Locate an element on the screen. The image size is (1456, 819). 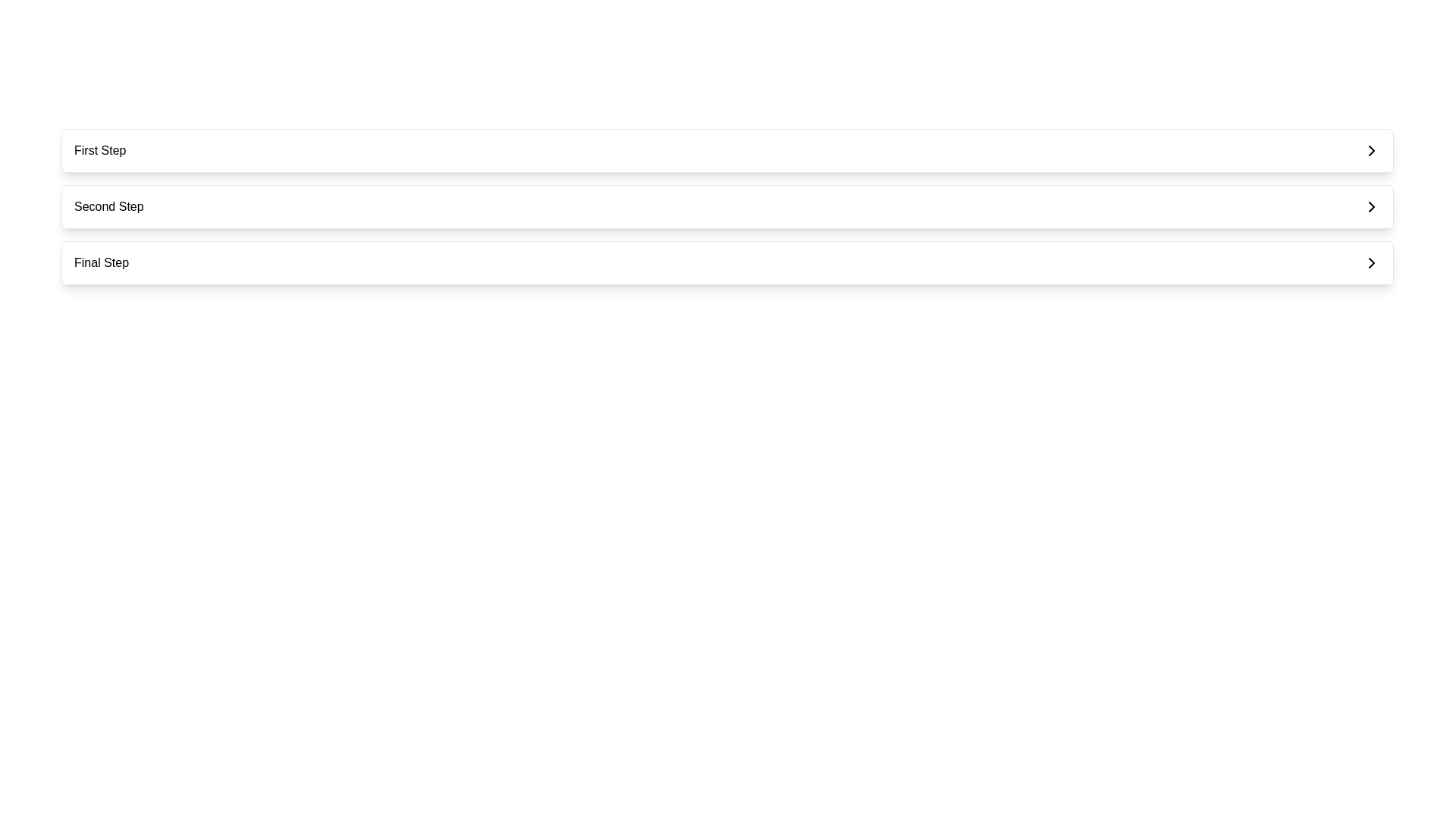
the navigation icon located at the far right end of the 'First Step' option in the vertical list, indicating it can be interacted with for further navigation or expansion is located at coordinates (1372, 151).